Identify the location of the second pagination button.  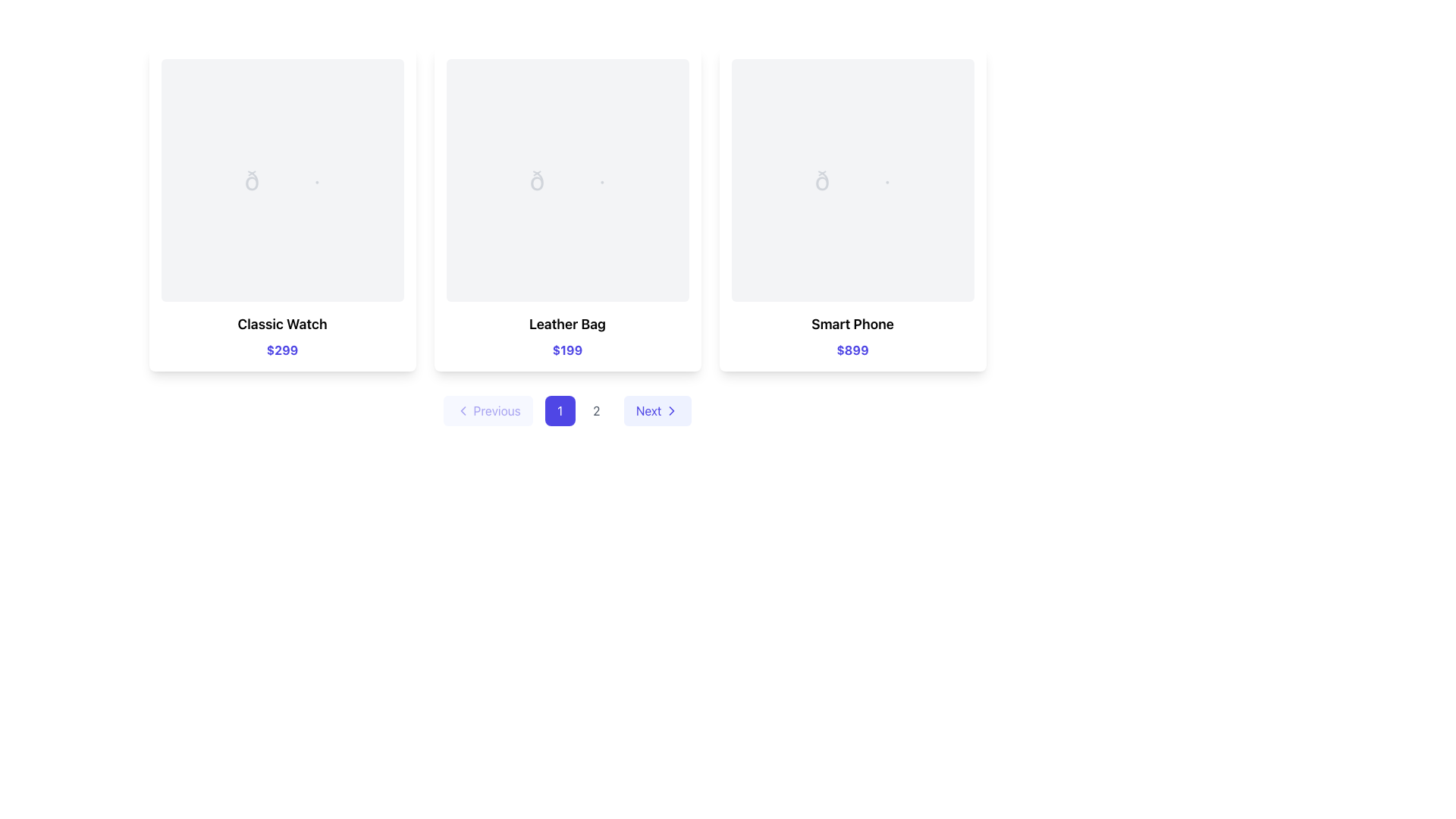
(595, 411).